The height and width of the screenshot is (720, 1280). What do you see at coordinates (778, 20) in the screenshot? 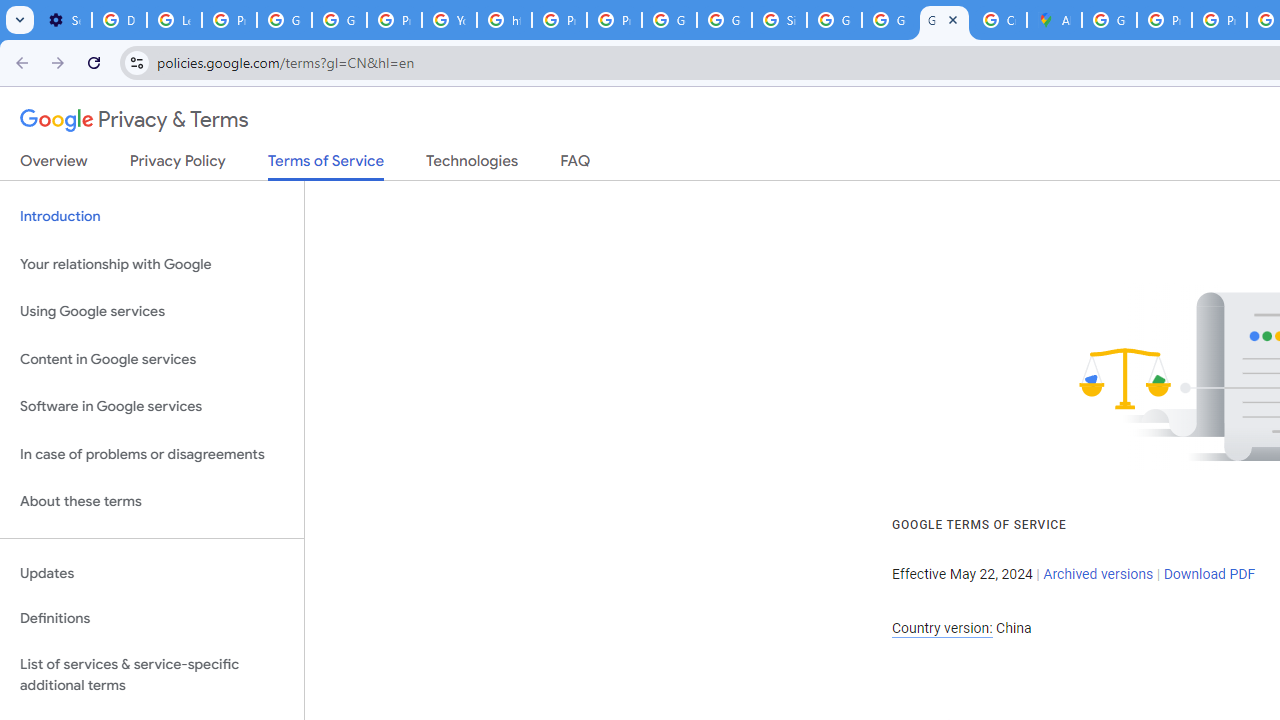
I see `'Sign in - Google Accounts'` at bounding box center [778, 20].